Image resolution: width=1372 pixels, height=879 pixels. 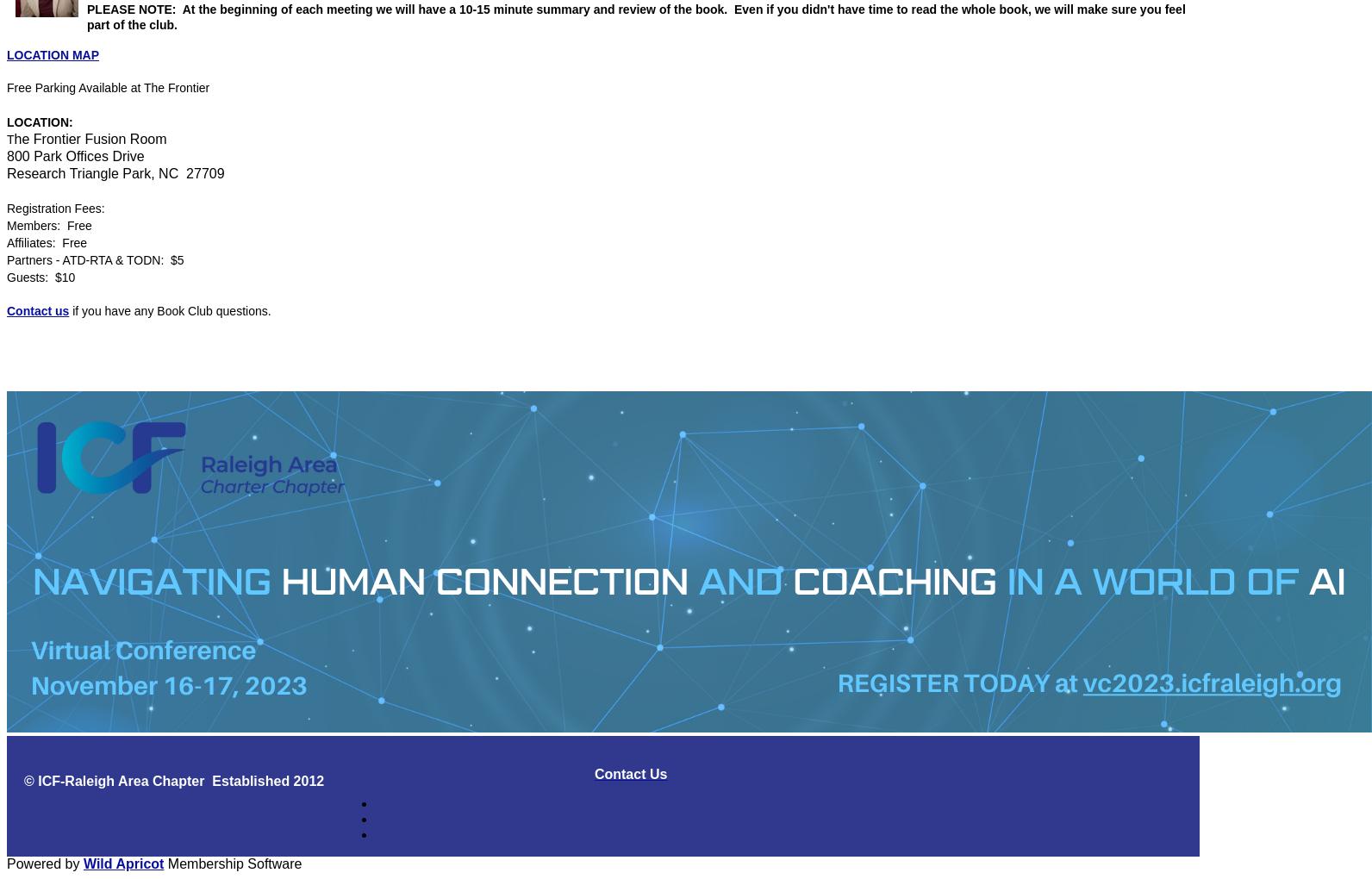 What do you see at coordinates (122, 863) in the screenshot?
I see `'Wild Apricot'` at bounding box center [122, 863].